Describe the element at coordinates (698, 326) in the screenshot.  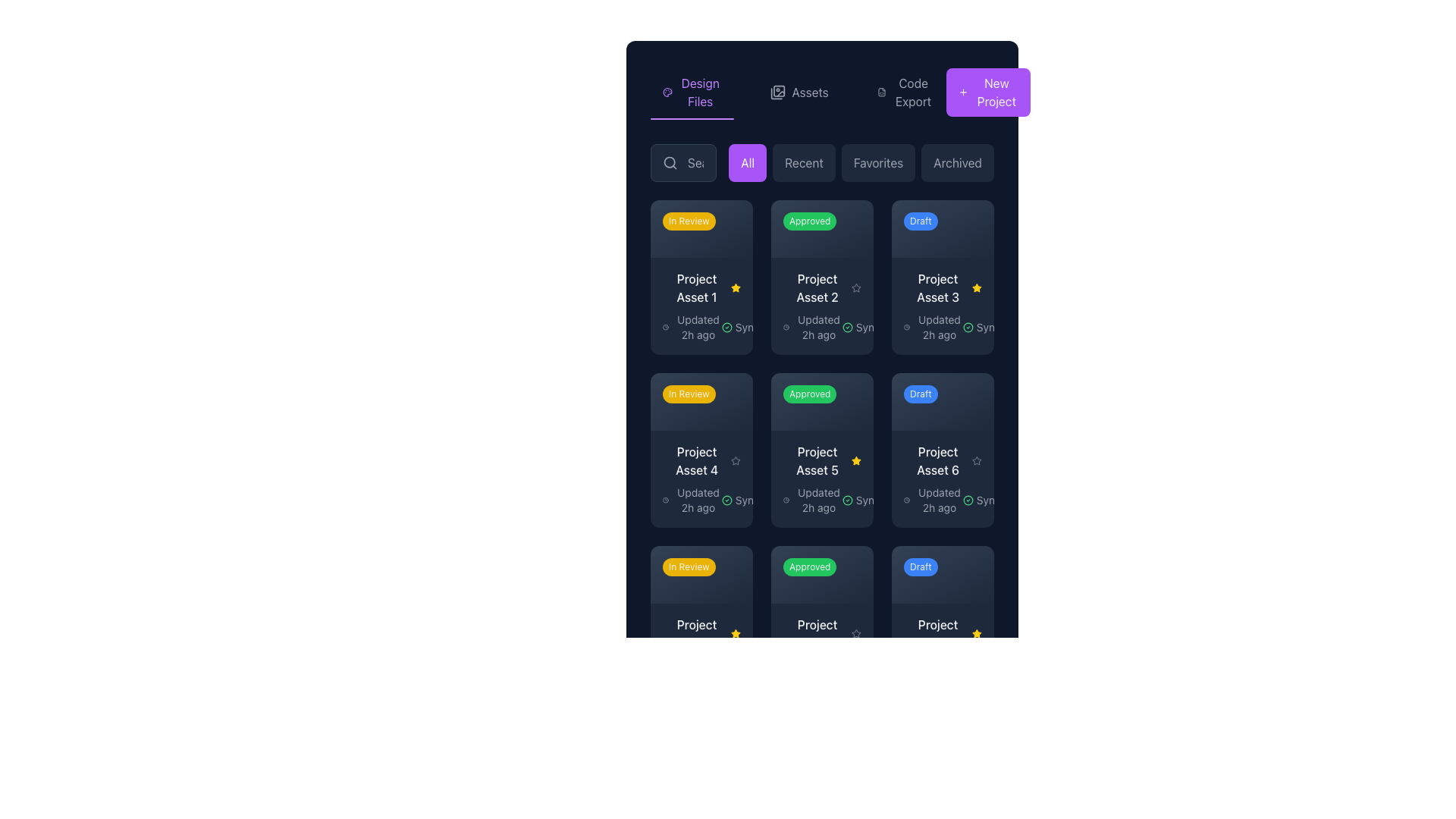
I see `timestamp information from the text label that indicates when the associated project was last updated, located beneath the first project card in the first column of a grid layout` at that location.